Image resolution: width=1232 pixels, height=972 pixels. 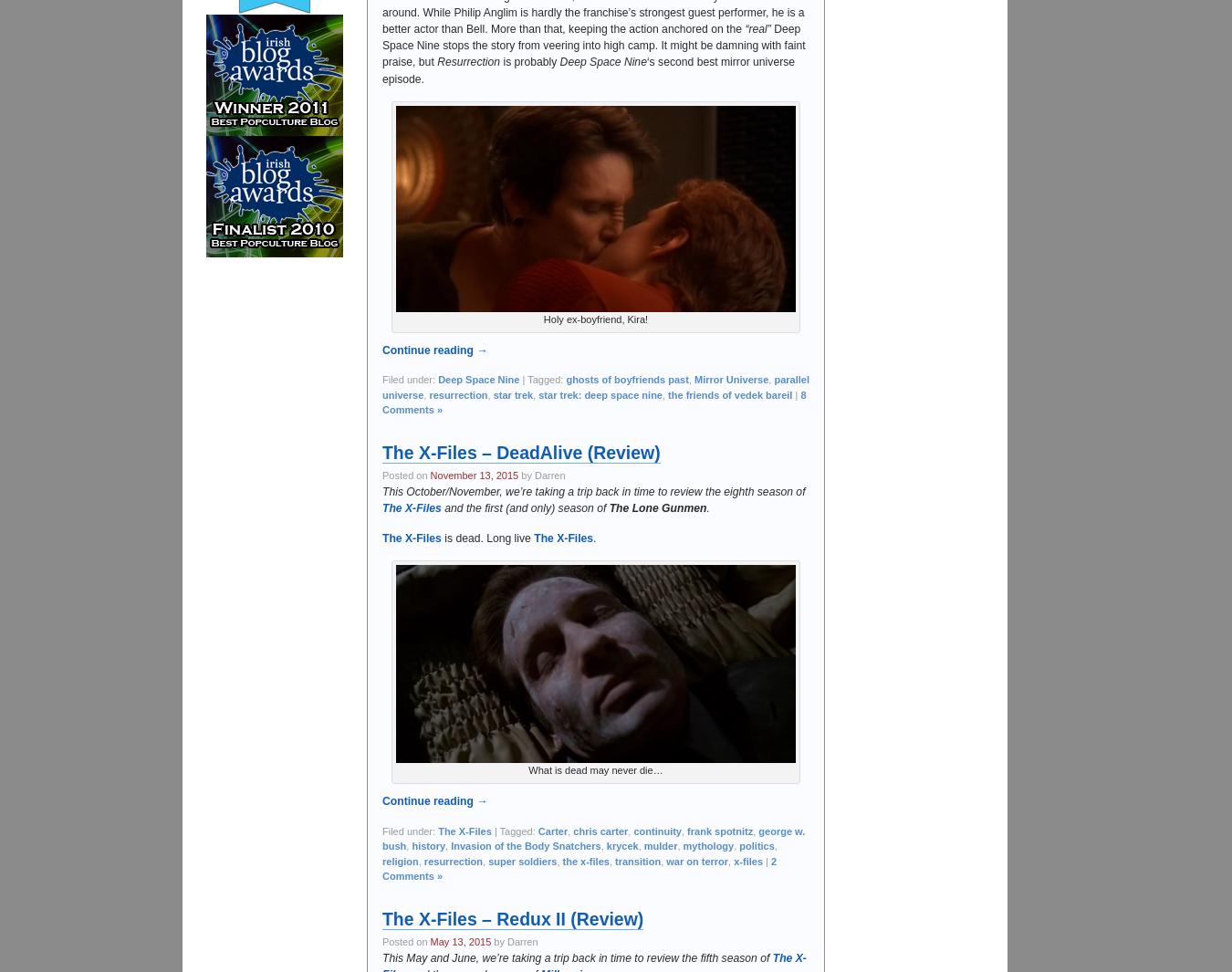 What do you see at coordinates (429, 474) in the screenshot?
I see `'November 13, 2015'` at bounding box center [429, 474].